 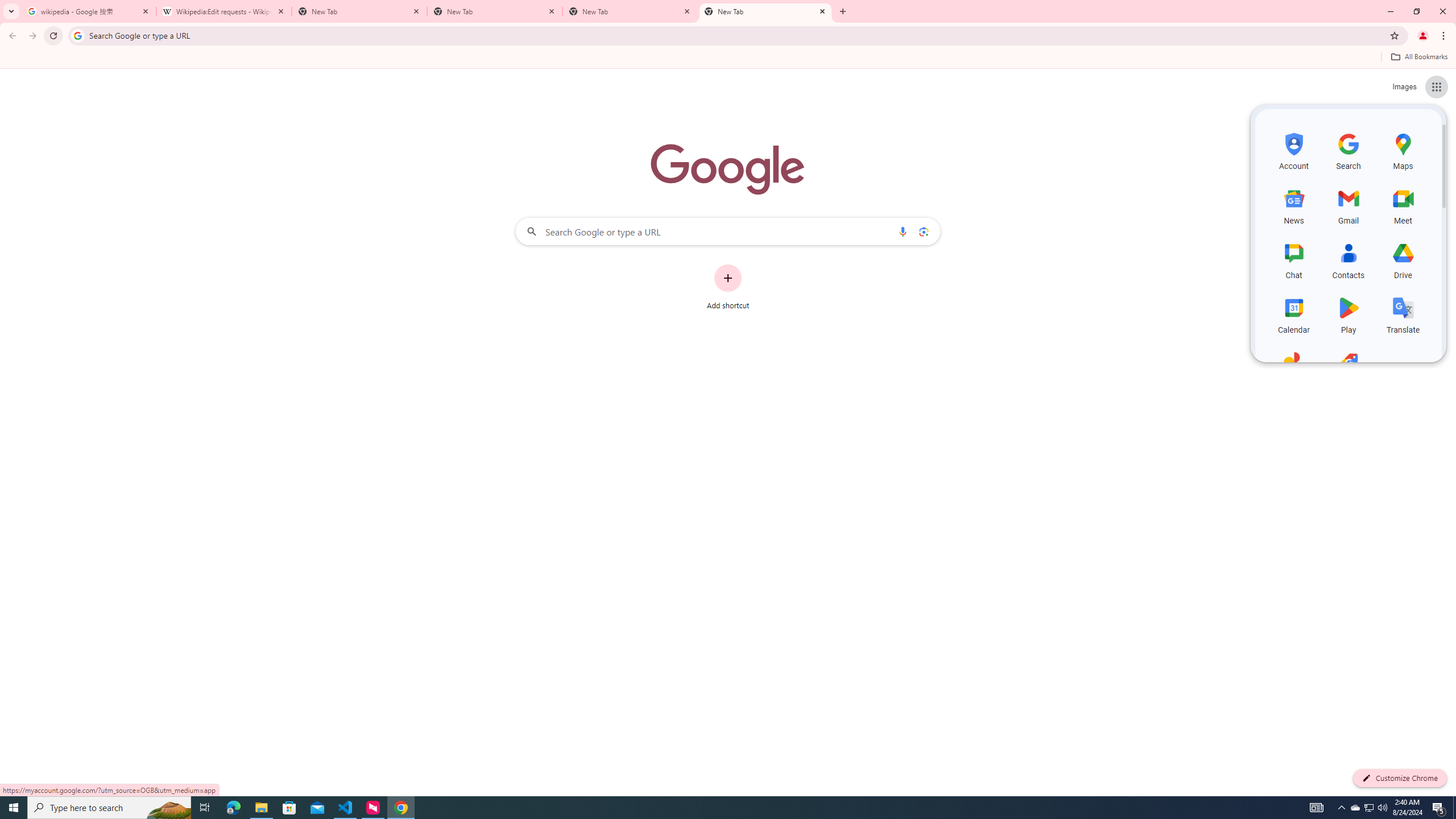 What do you see at coordinates (1349, 150) in the screenshot?
I see `'Search, row 1 of 5 and column 2 of 3 in the first section'` at bounding box center [1349, 150].